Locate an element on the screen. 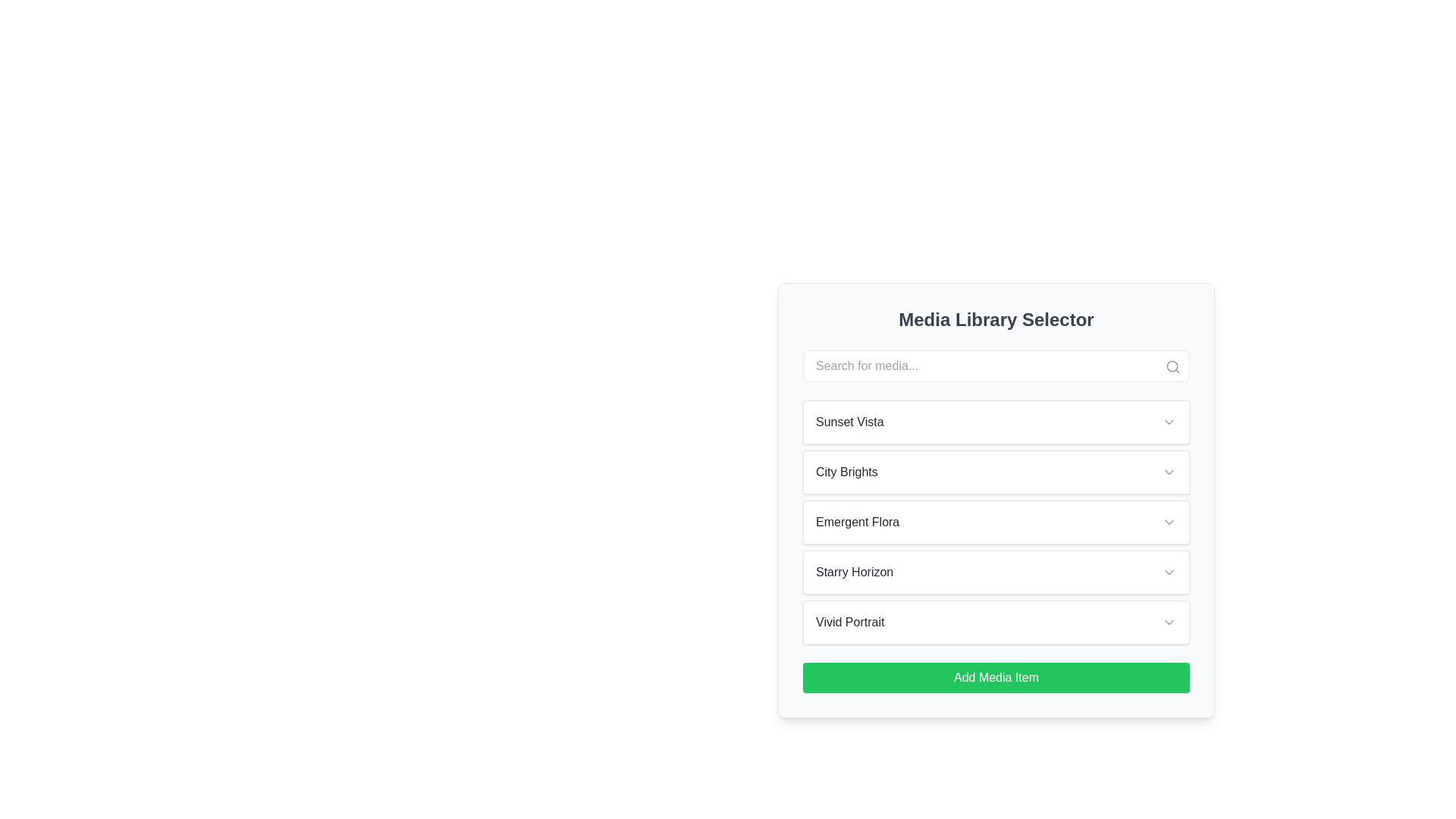  the downward-facing chevron icon located at the far right of the 'Emergent Flora' row is located at coordinates (1168, 522).